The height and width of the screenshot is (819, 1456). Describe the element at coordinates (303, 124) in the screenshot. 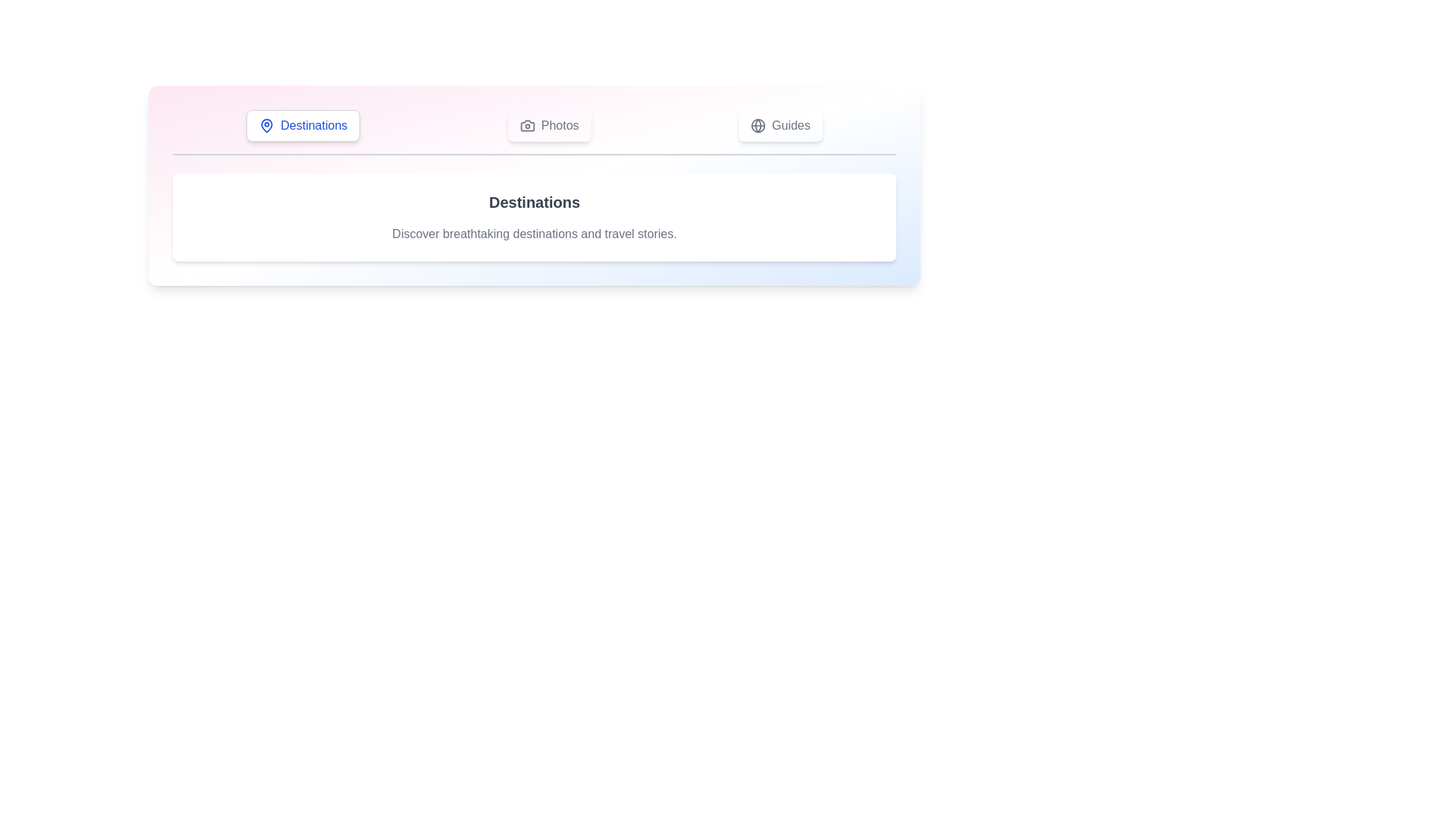

I see `the tab labeled Destinations` at that location.